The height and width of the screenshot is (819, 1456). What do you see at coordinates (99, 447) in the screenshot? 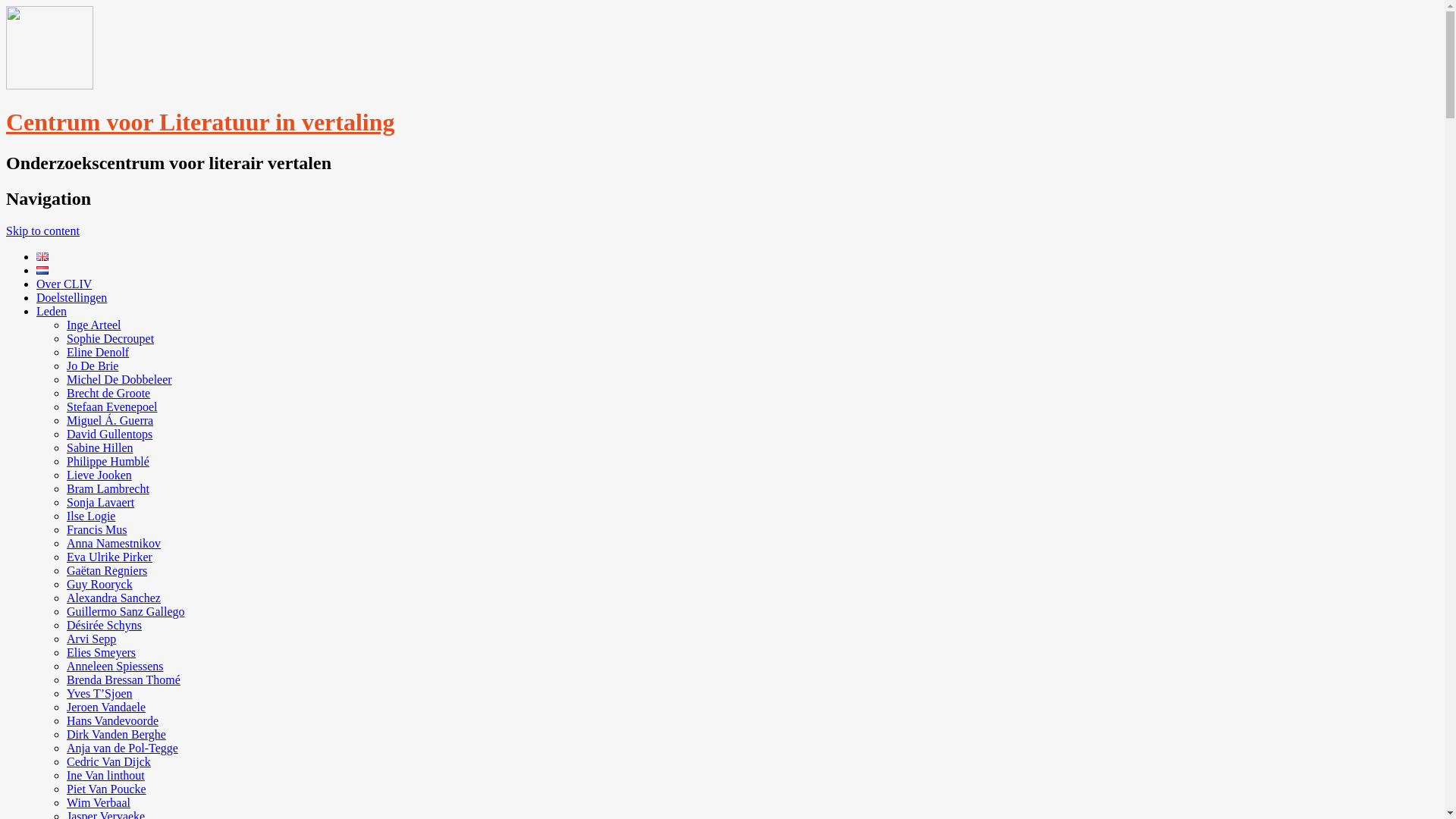
I see `'Sabine Hillen'` at bounding box center [99, 447].